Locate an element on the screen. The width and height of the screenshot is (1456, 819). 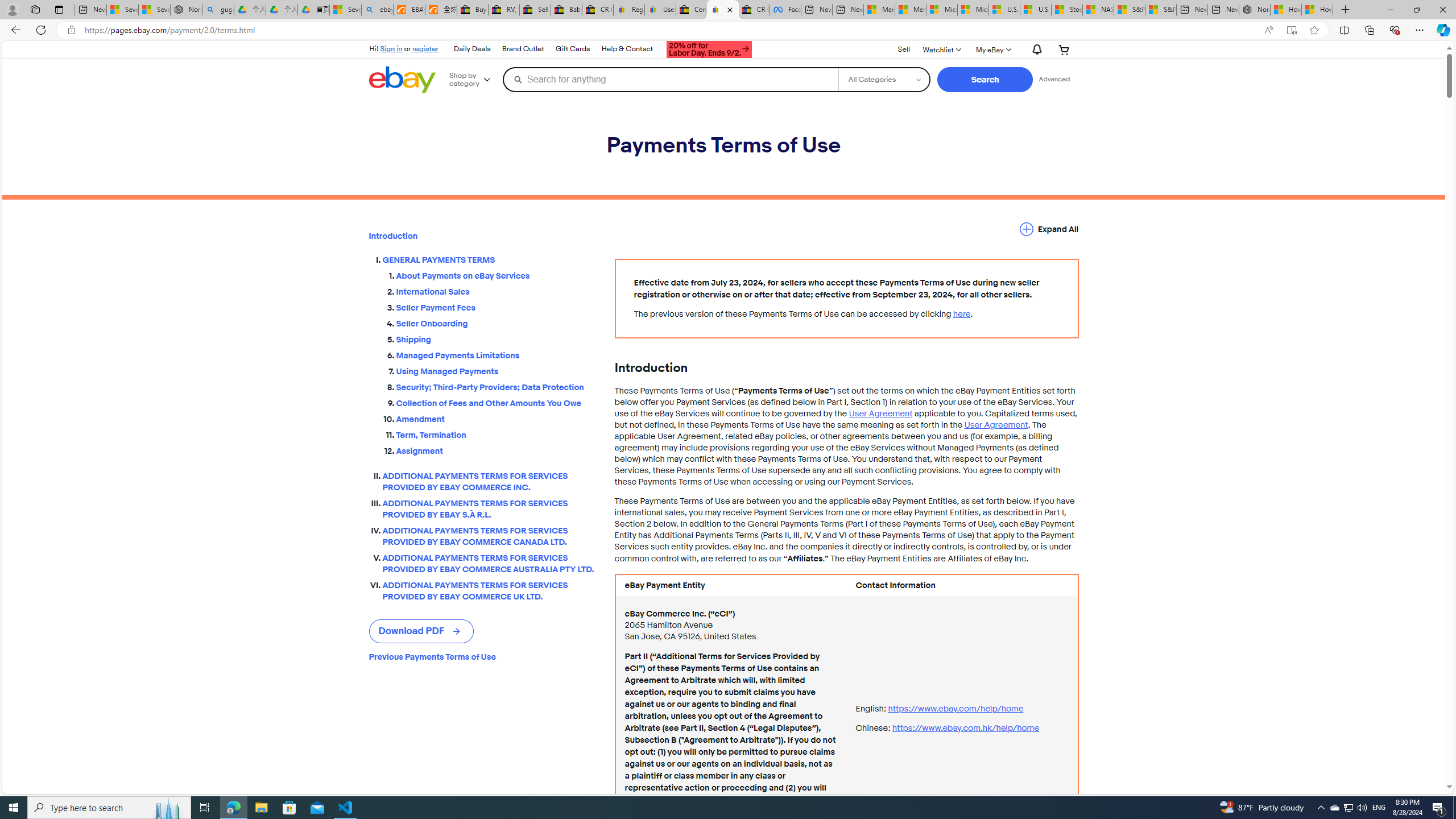
'About Payments on eBay Services' is located at coordinates (496, 276).